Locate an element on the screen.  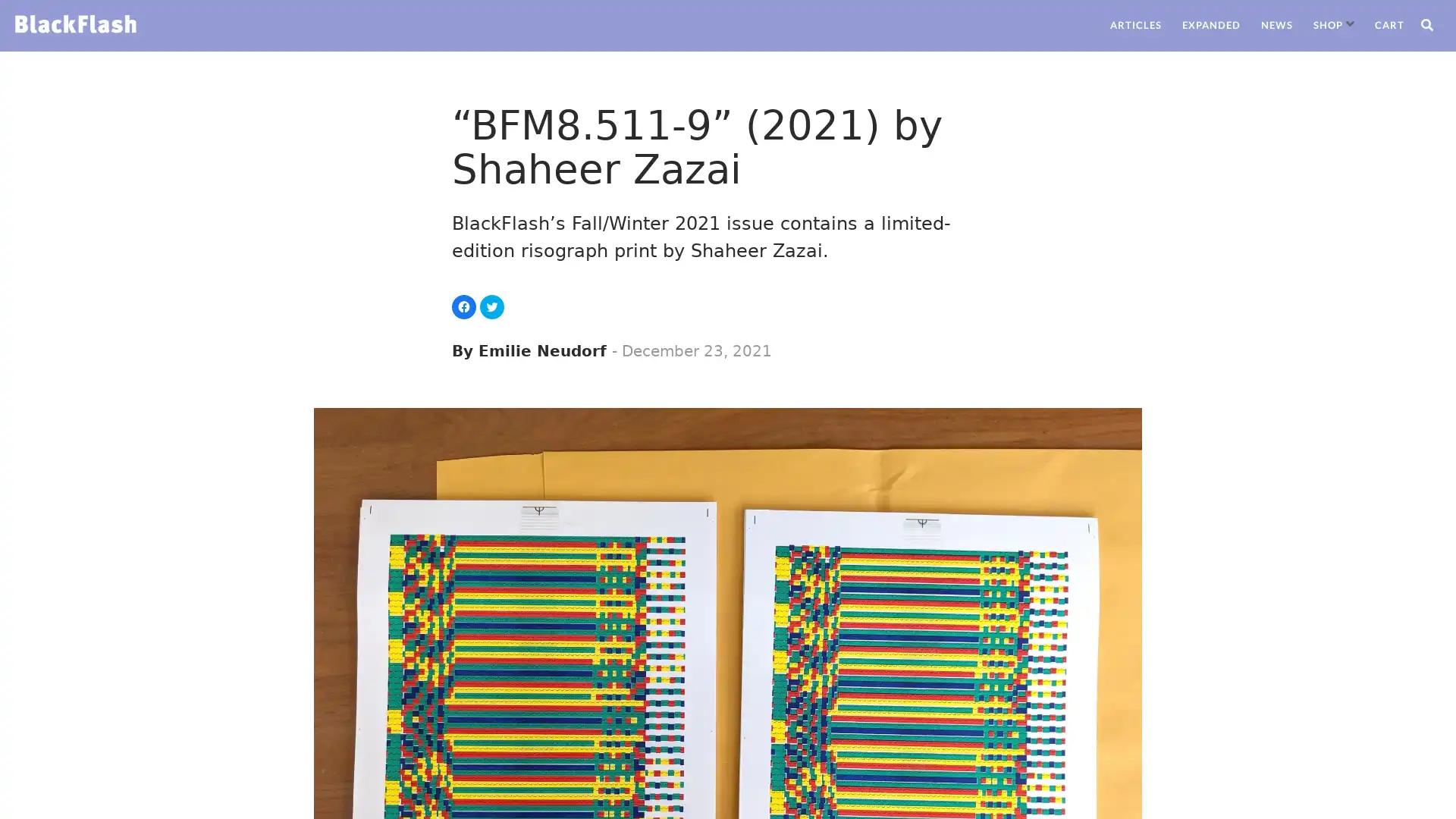
open menu is located at coordinates (1350, 24).